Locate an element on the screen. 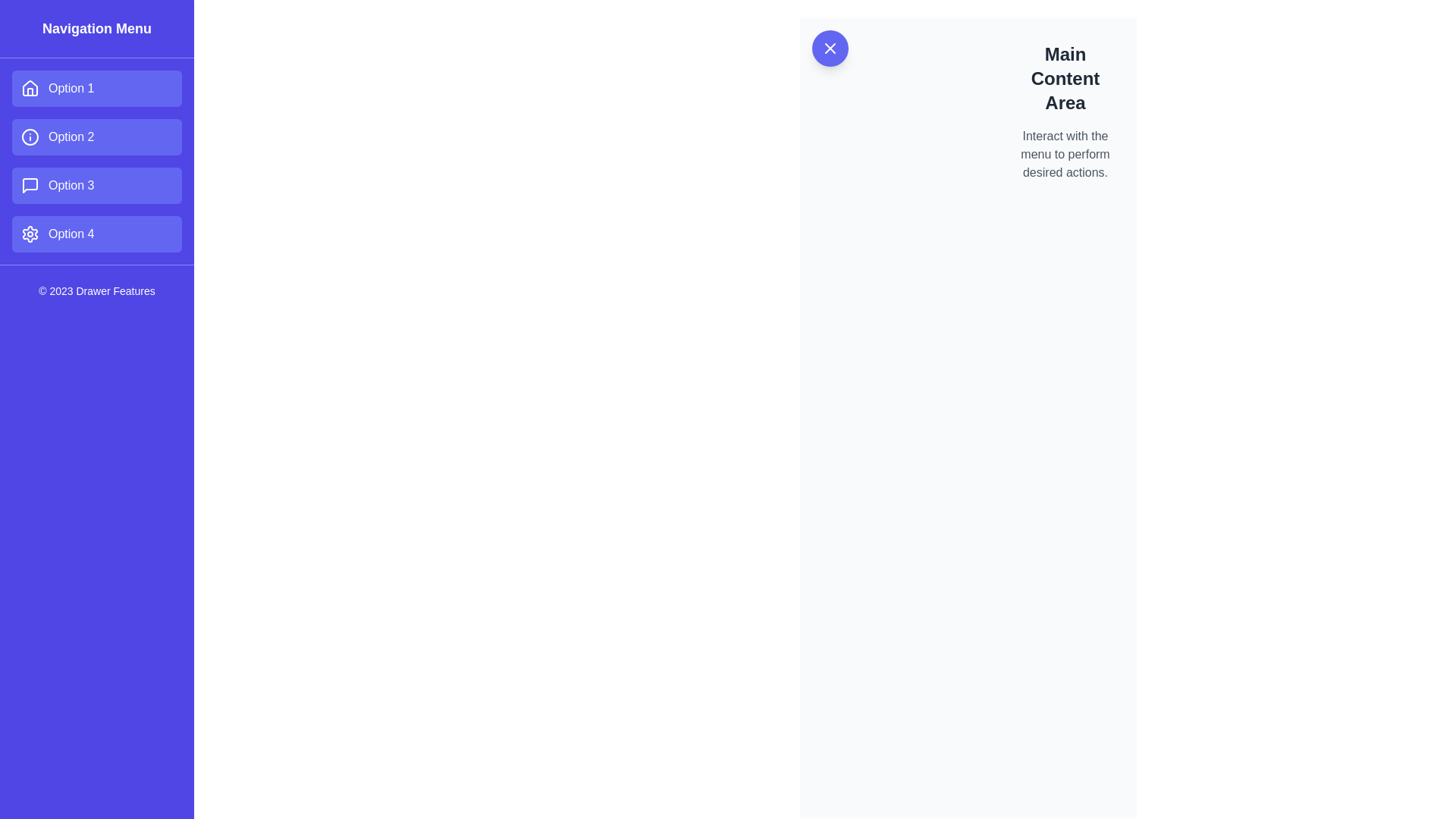 The height and width of the screenshot is (819, 1456). the rectangular button with a purple background labeled 'Option 4' is located at coordinates (96, 234).